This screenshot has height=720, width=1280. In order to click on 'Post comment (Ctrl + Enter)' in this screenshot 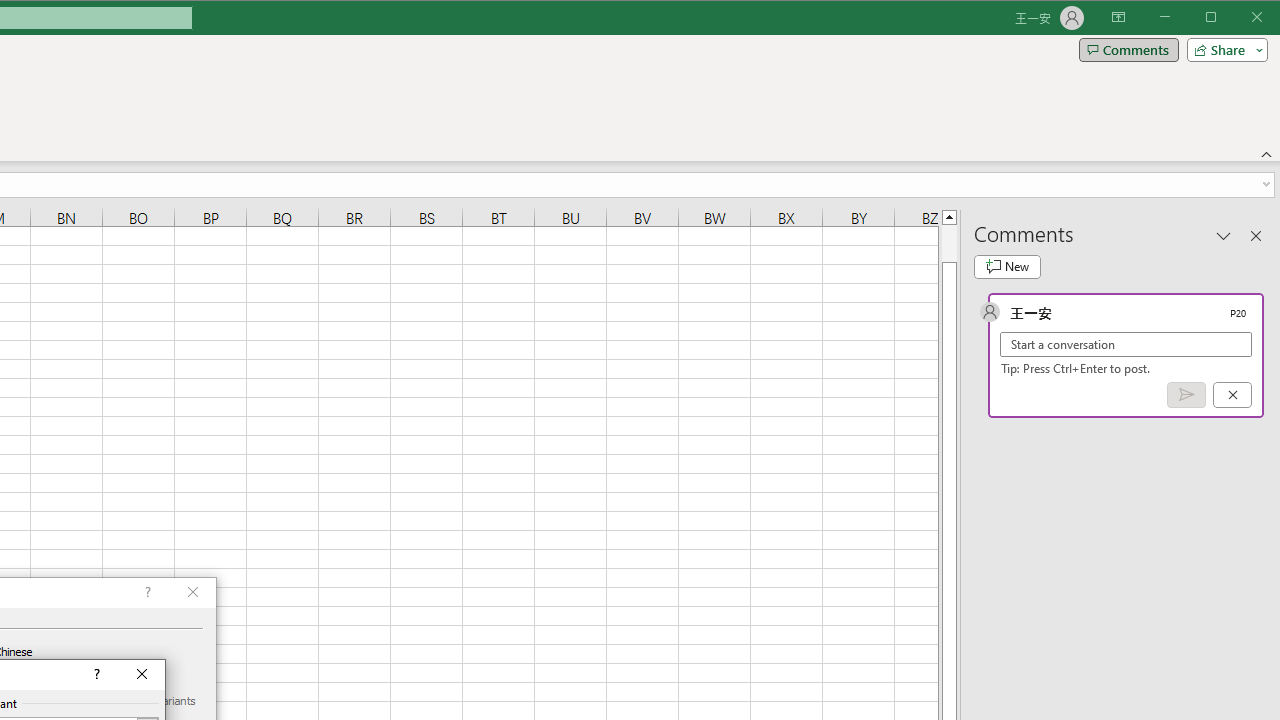, I will do `click(1186, 395)`.